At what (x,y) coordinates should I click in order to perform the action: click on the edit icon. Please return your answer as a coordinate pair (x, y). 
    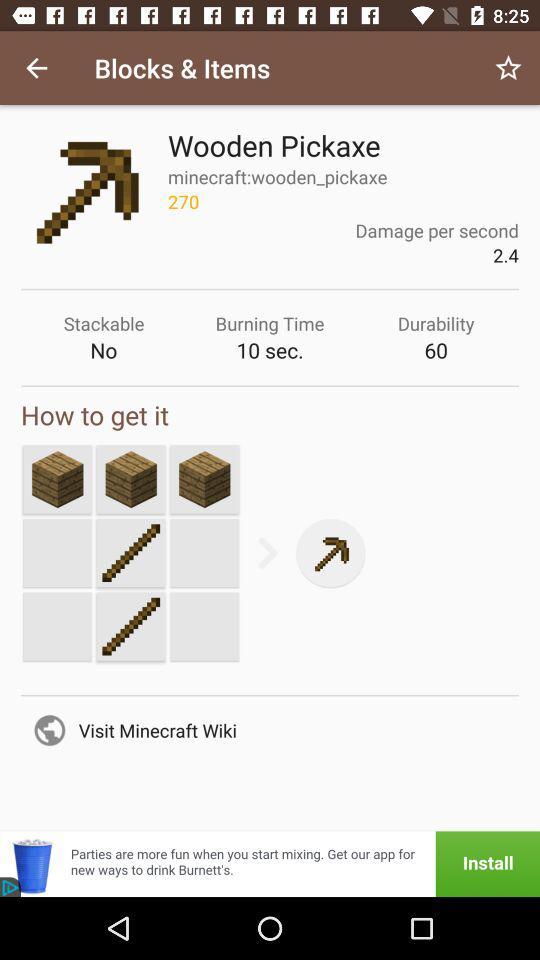
    Looking at the image, I should click on (131, 625).